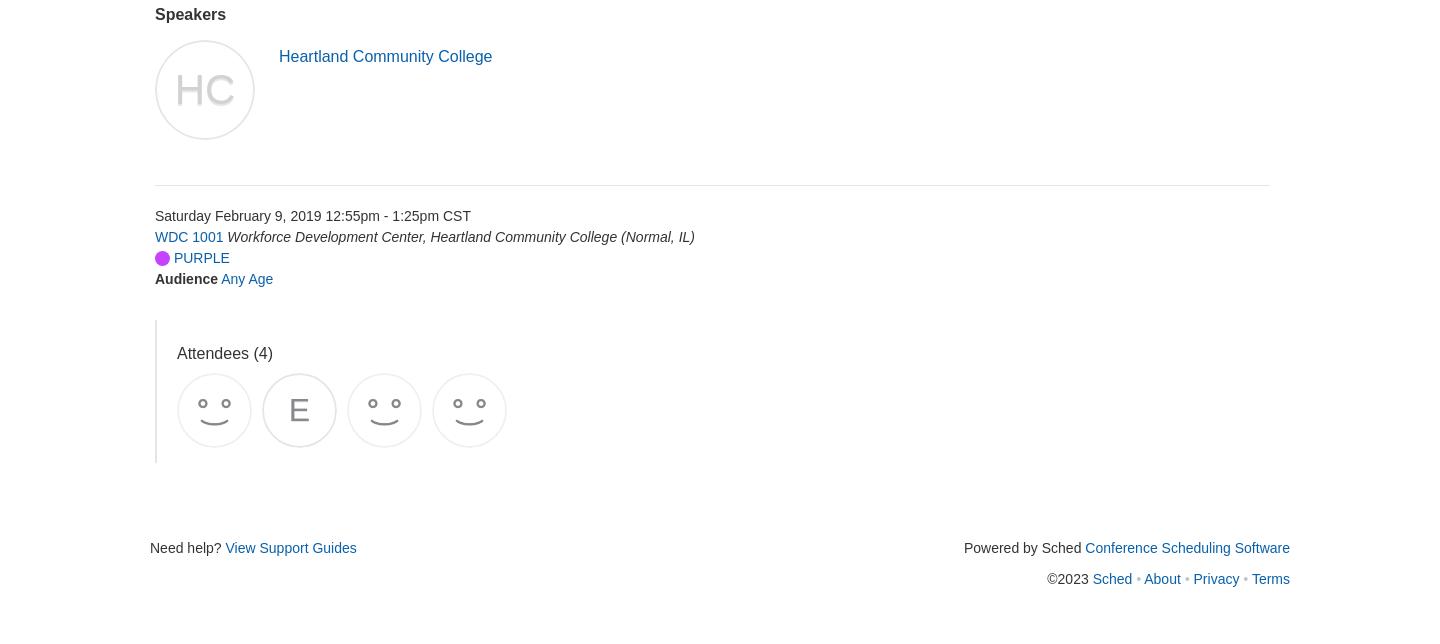 The width and height of the screenshot is (1440, 644). I want to click on 'Terms', so click(1270, 577).